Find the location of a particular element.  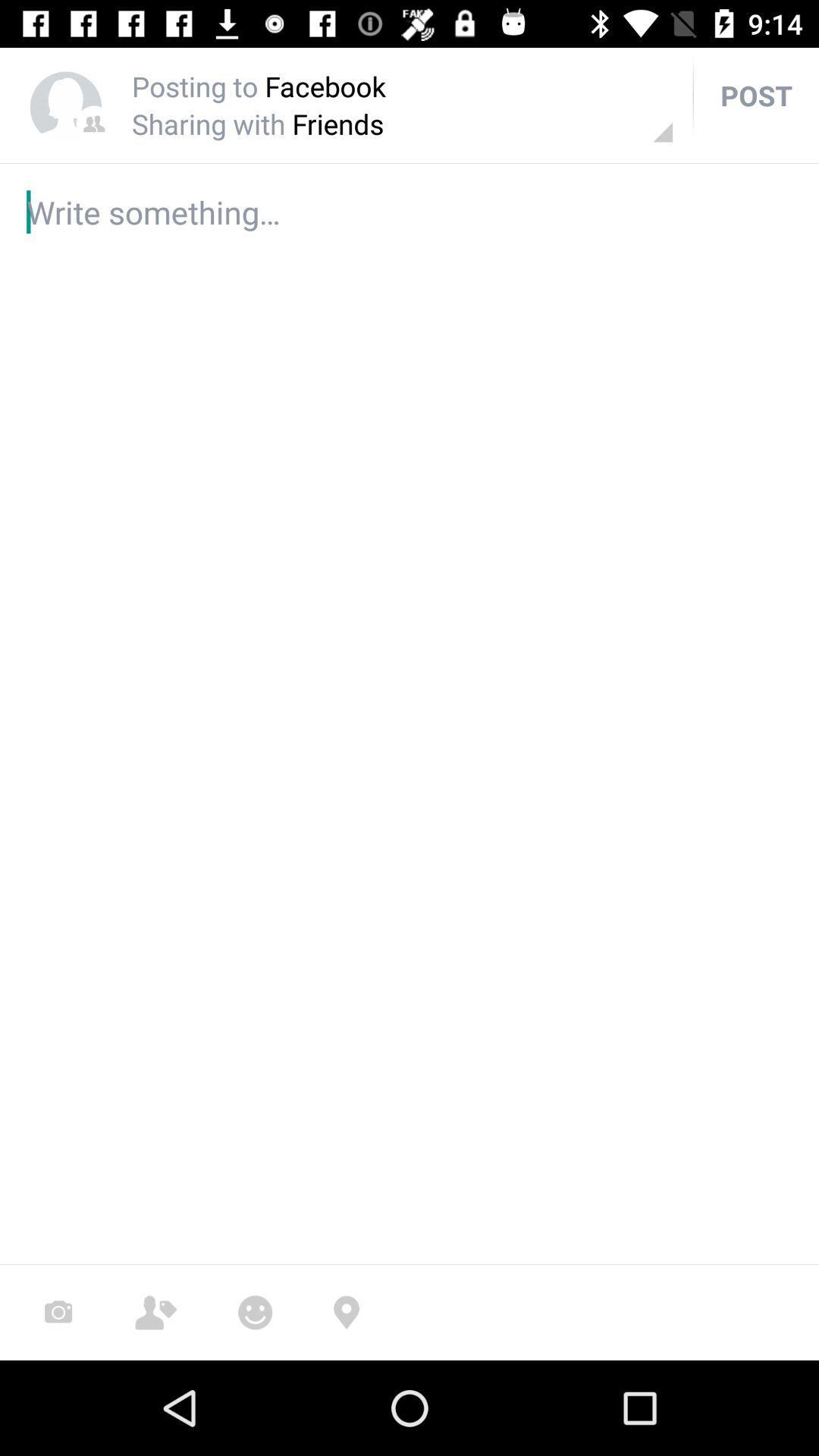

the emoji icon is located at coordinates (254, 1312).